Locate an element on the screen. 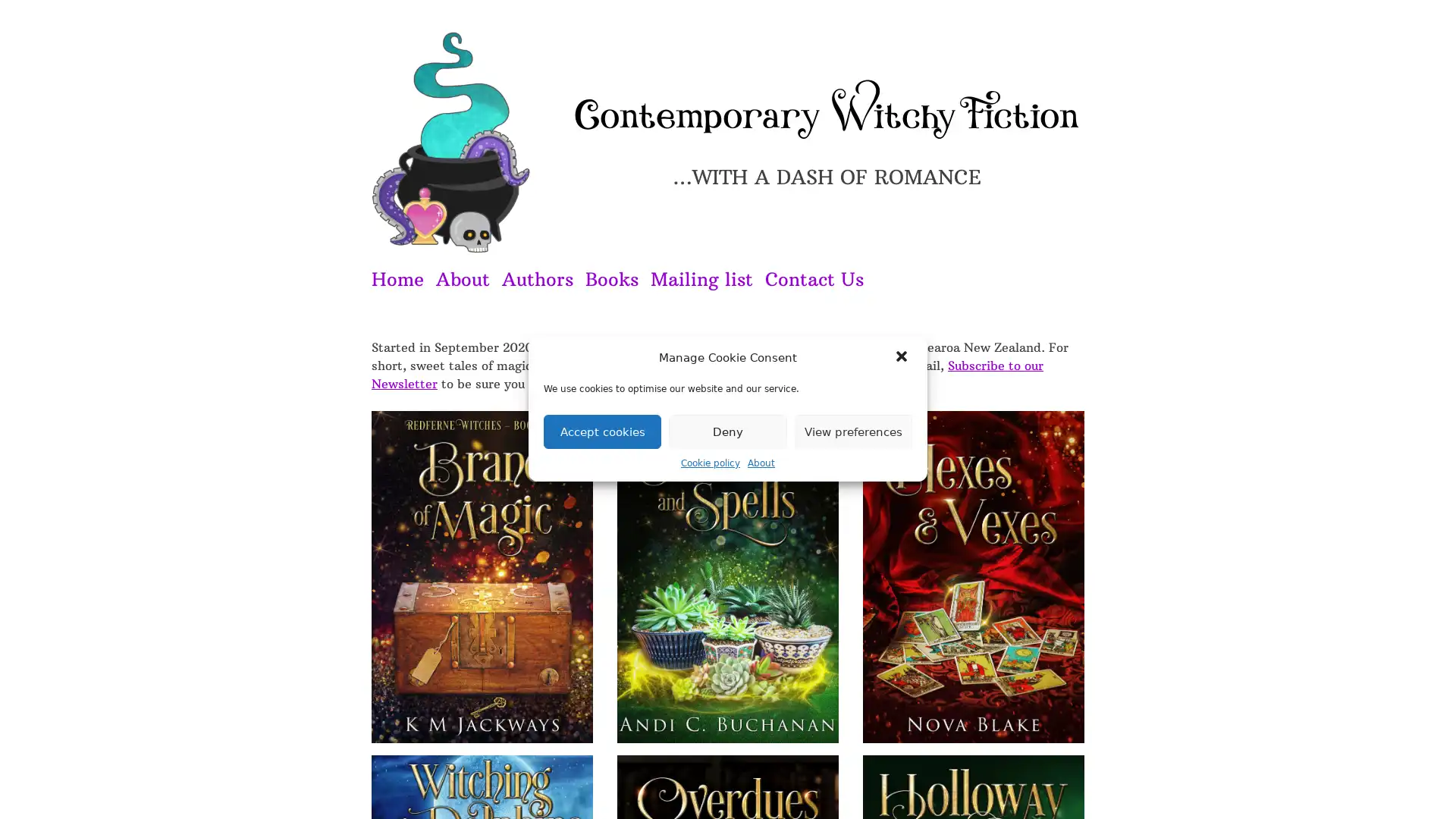  Deny is located at coordinates (726, 431).